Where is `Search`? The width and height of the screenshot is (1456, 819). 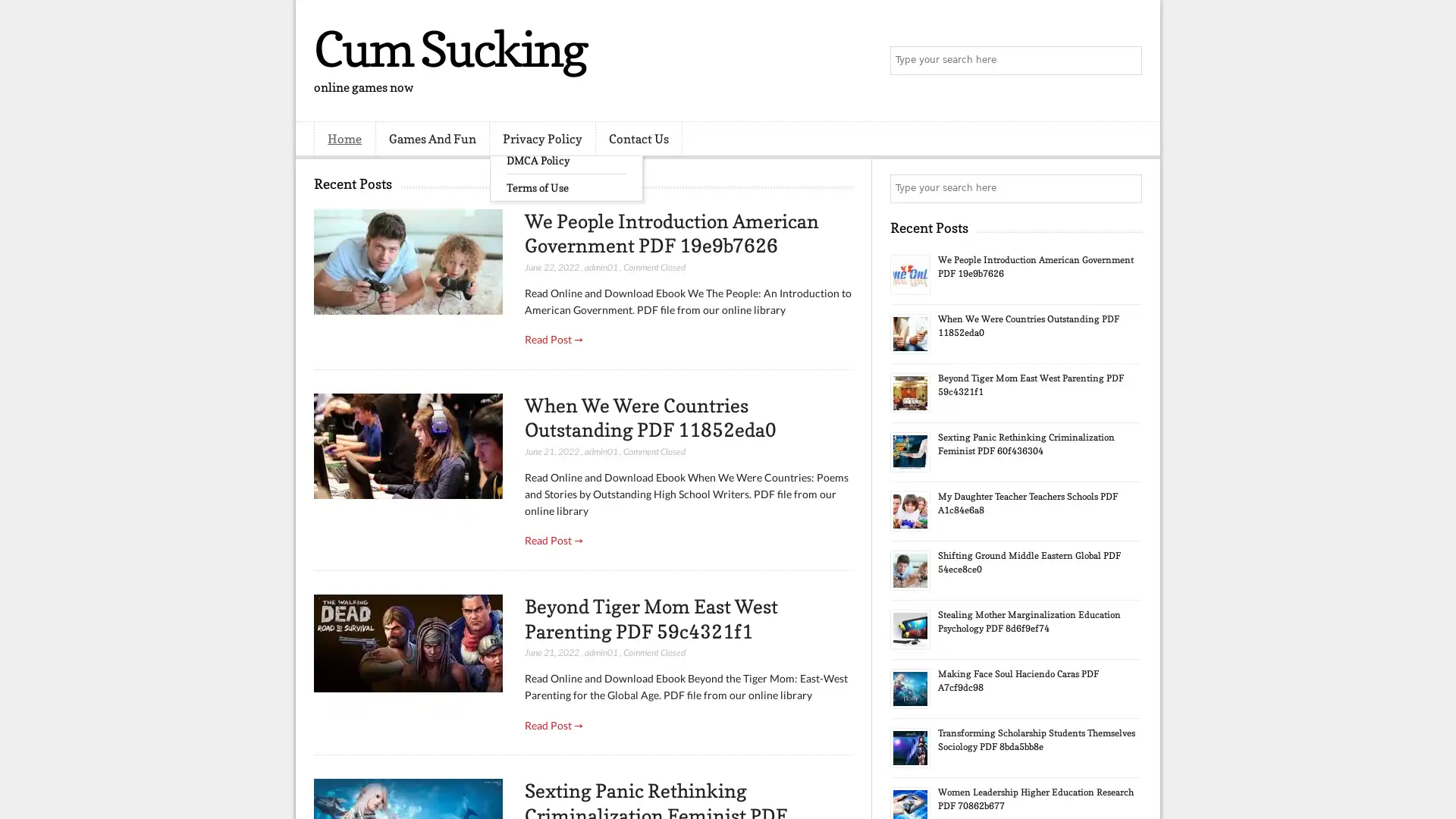 Search is located at coordinates (1126, 61).